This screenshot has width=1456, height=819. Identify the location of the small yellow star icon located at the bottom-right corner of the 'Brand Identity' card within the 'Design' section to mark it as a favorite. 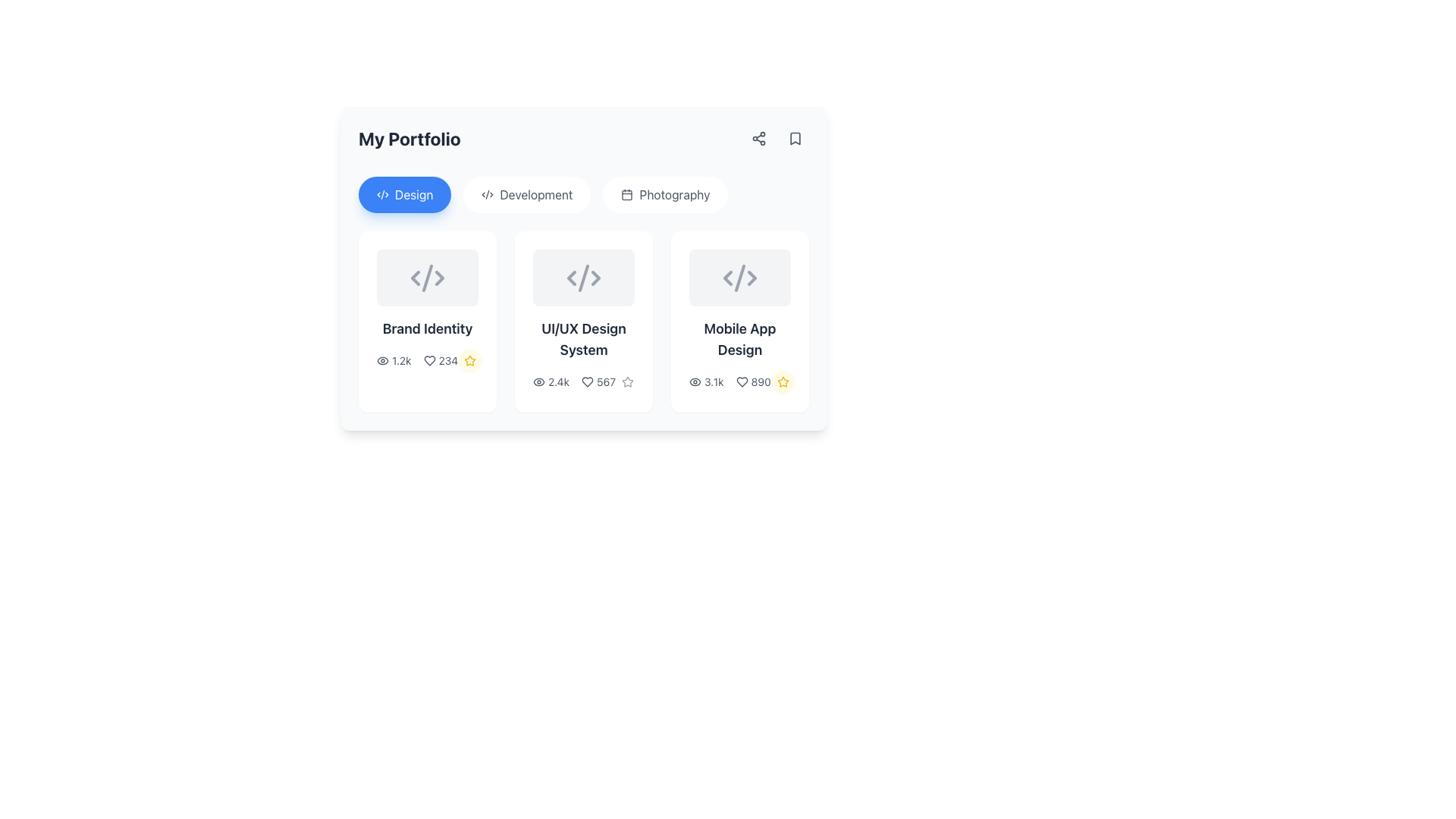
(469, 361).